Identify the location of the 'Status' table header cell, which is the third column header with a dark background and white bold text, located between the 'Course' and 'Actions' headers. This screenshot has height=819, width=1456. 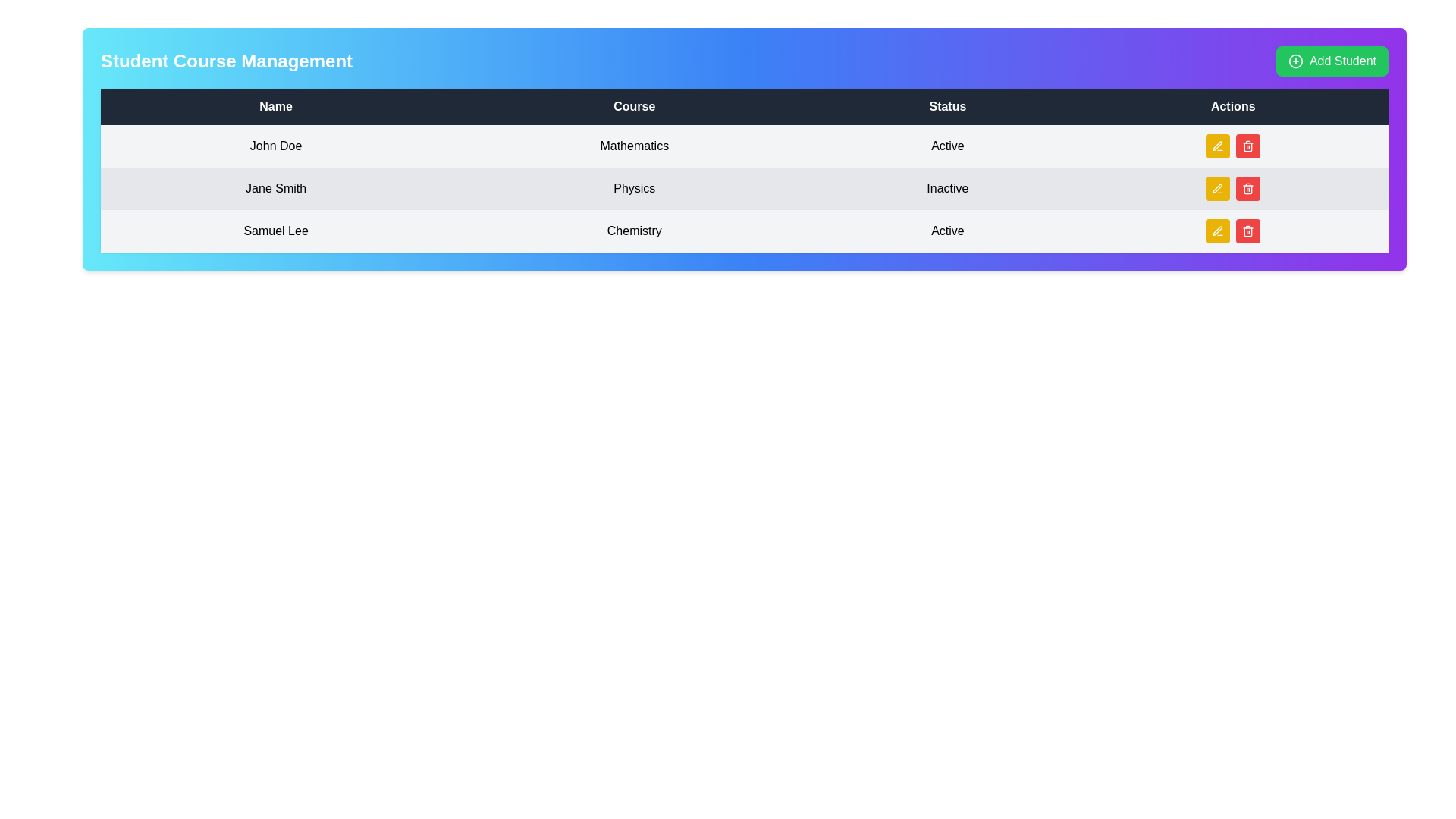
(946, 106).